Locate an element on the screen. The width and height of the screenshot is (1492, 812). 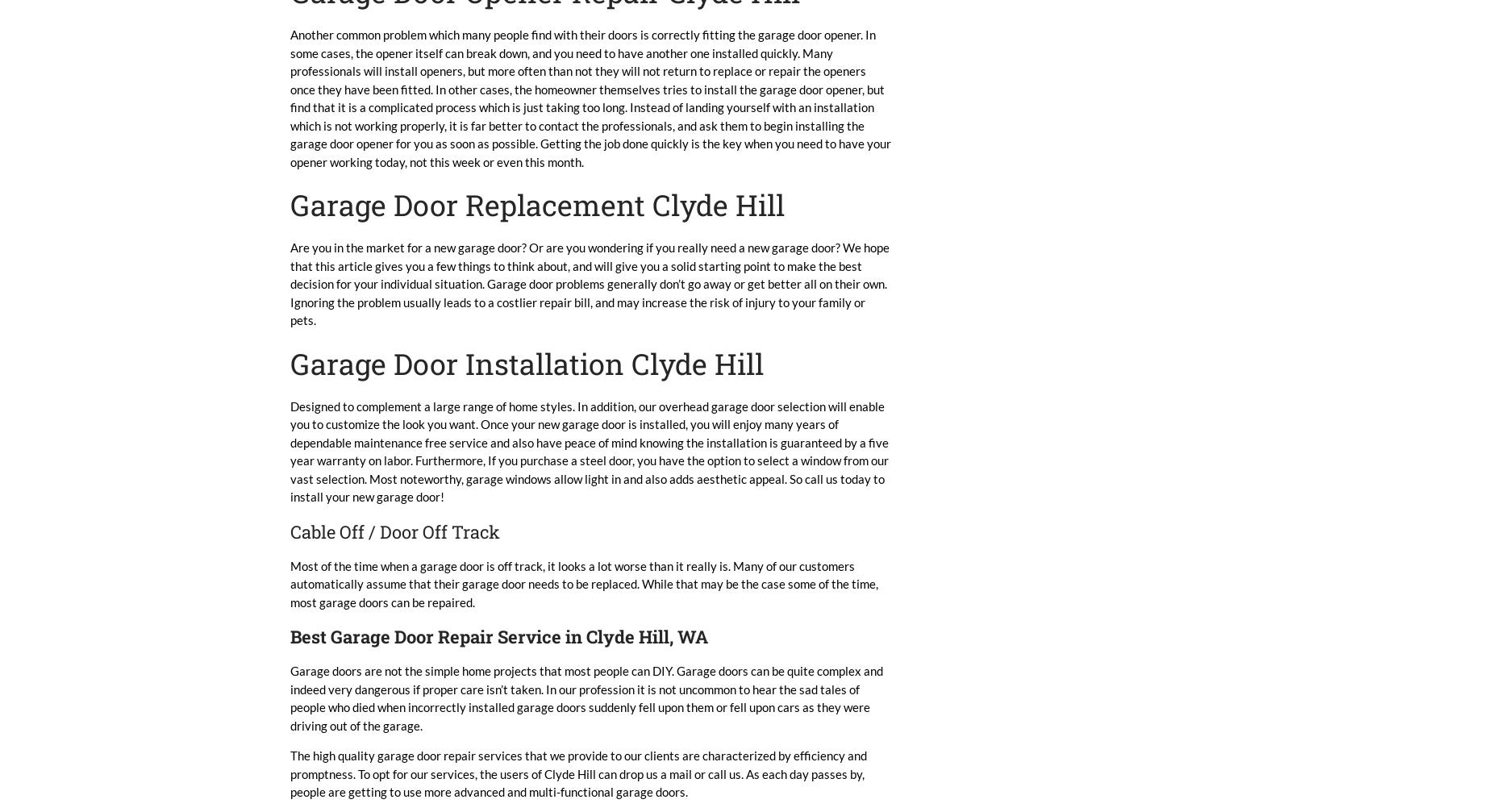
'Garage doors are not the simple home projects that most people can DIY. Garage doors can be quite complex and indeed very dangerous if proper care isn’t taken. In our profession it is not uncommon to hear the sad tales of people who died when incorrectly installed garage doors suddenly fell upon them or fell upon cars as they were driving out of the garage.' is located at coordinates (586, 697).